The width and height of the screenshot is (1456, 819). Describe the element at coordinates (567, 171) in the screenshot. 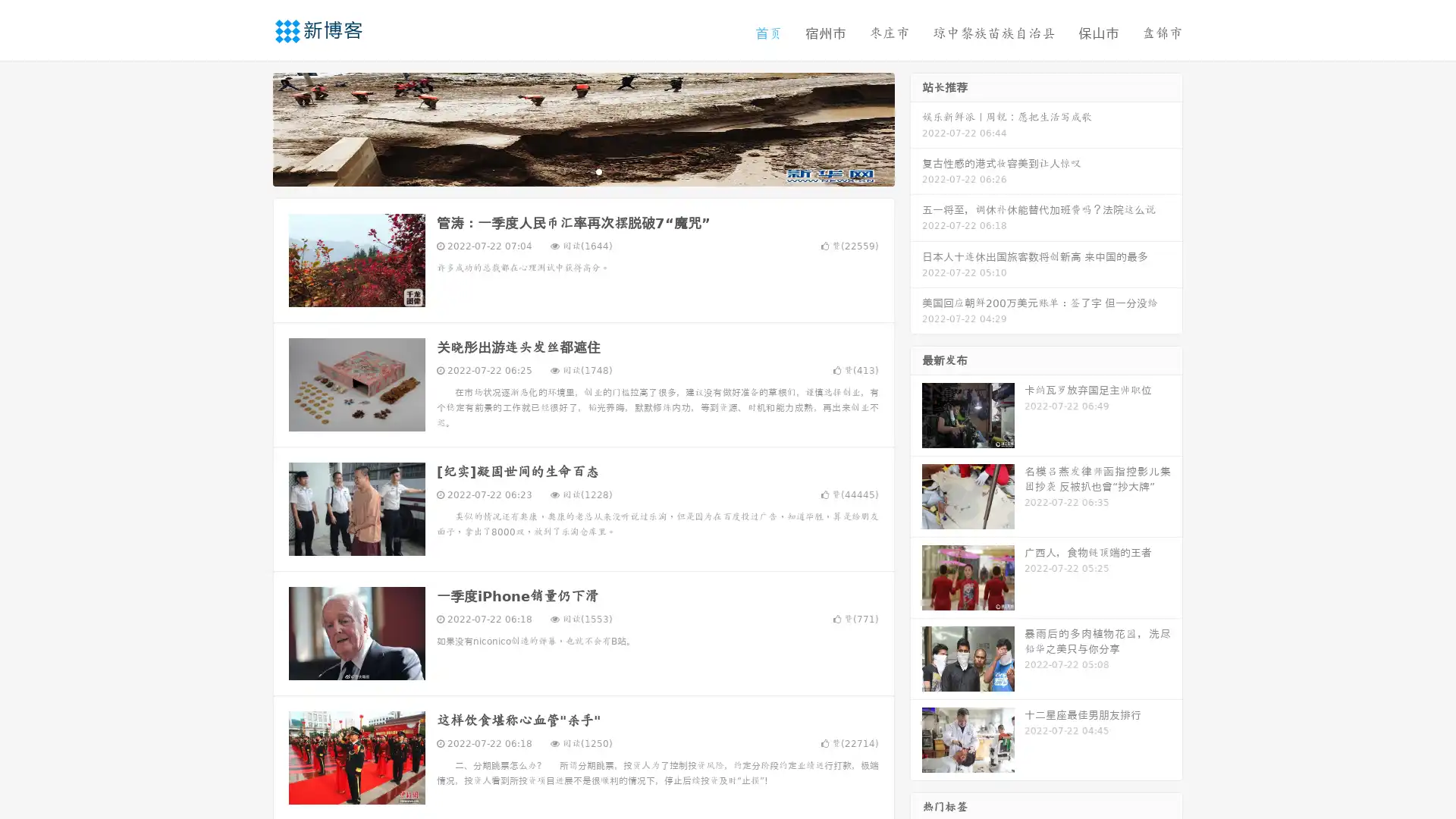

I see `Go to slide 1` at that location.